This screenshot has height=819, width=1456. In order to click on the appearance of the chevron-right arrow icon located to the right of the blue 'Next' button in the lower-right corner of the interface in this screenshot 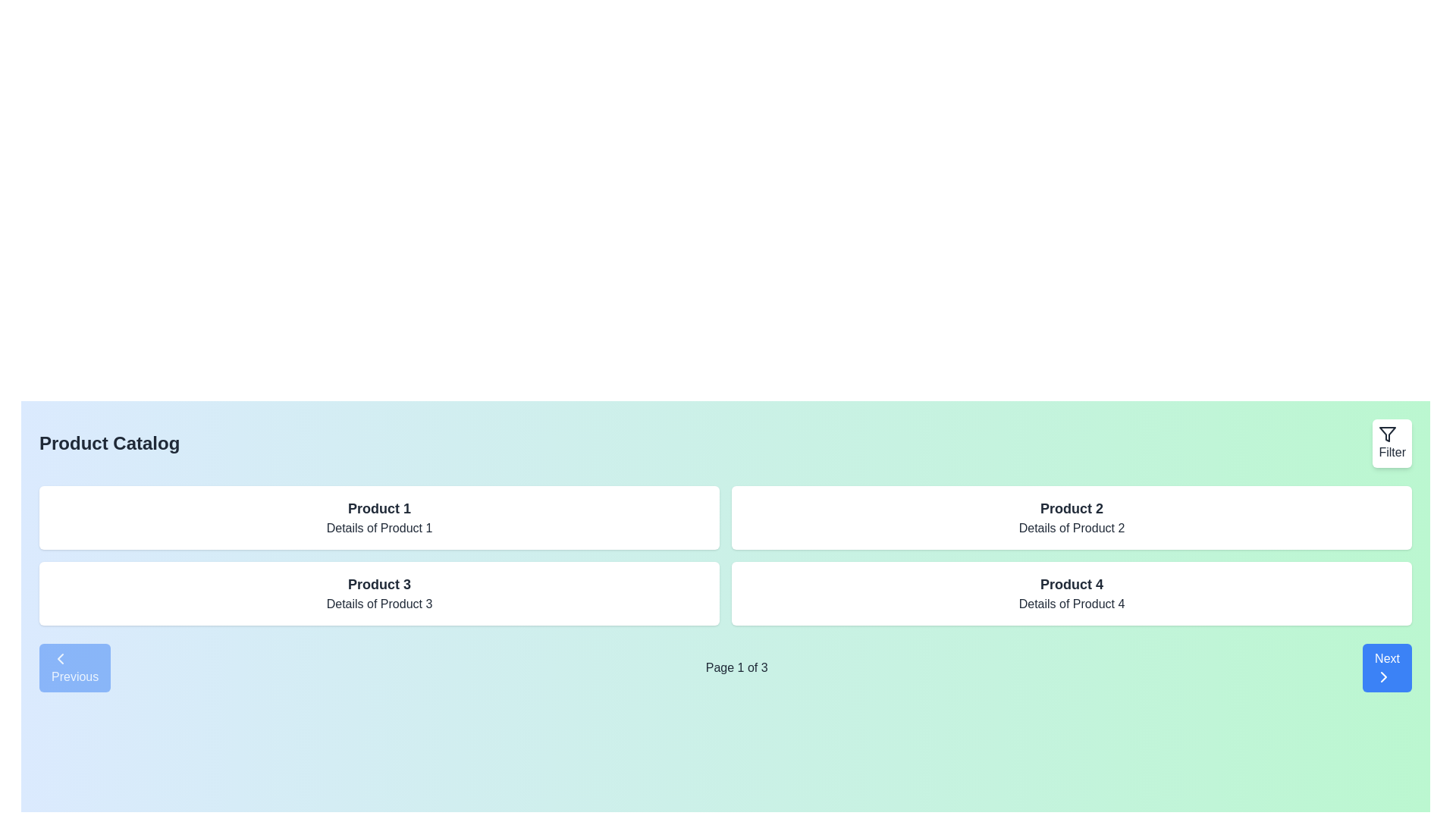, I will do `click(1384, 676)`.